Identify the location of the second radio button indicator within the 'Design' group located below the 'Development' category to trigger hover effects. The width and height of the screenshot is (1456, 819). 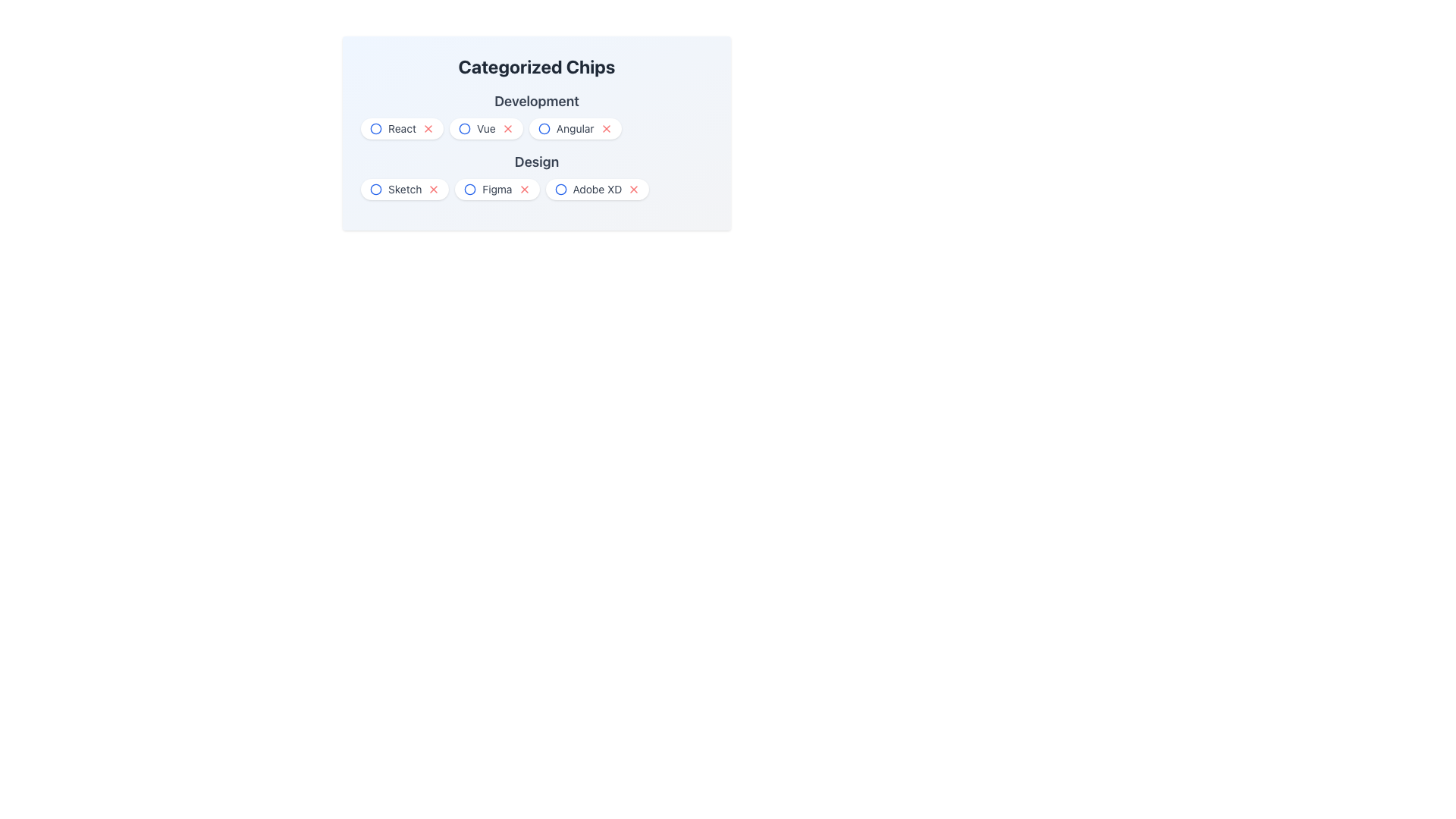
(469, 189).